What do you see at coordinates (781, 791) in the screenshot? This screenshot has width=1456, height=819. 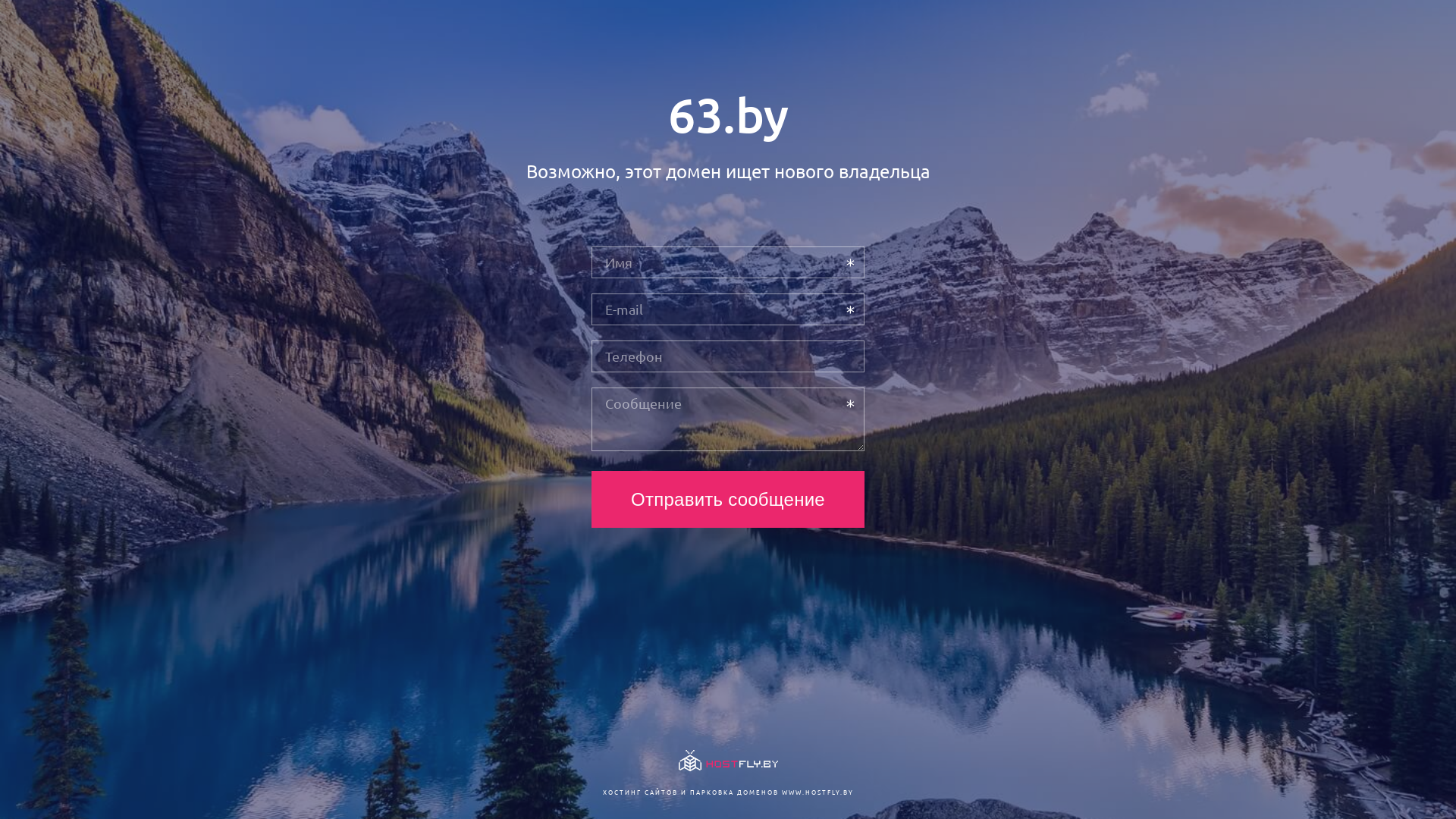 I see `'WWW.HOSTFLY.BY'` at bounding box center [781, 791].